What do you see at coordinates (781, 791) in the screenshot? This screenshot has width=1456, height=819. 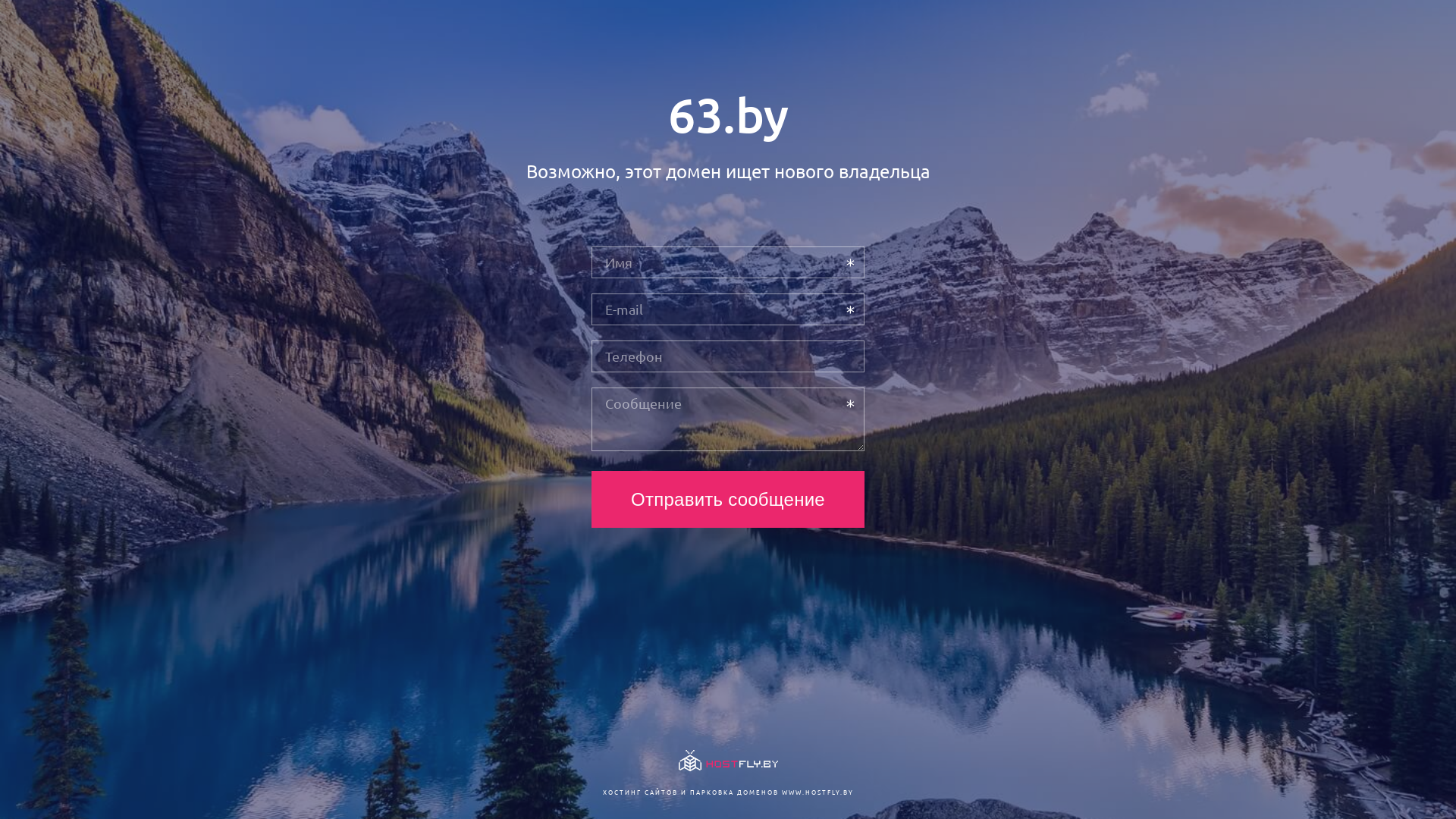 I see `'WWW.HOSTFLY.BY'` at bounding box center [781, 791].